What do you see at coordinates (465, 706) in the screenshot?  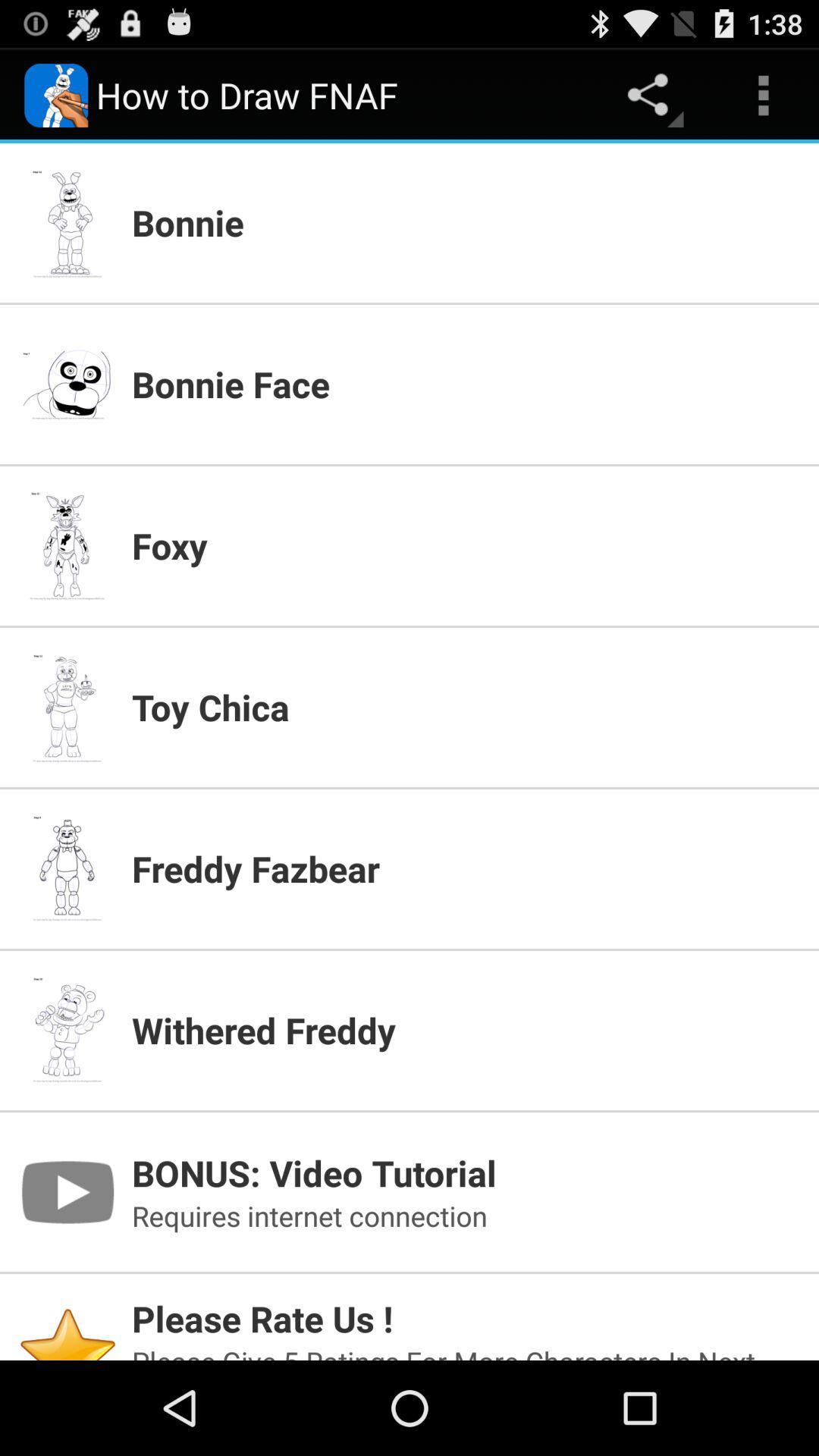 I see `toy chica app` at bounding box center [465, 706].